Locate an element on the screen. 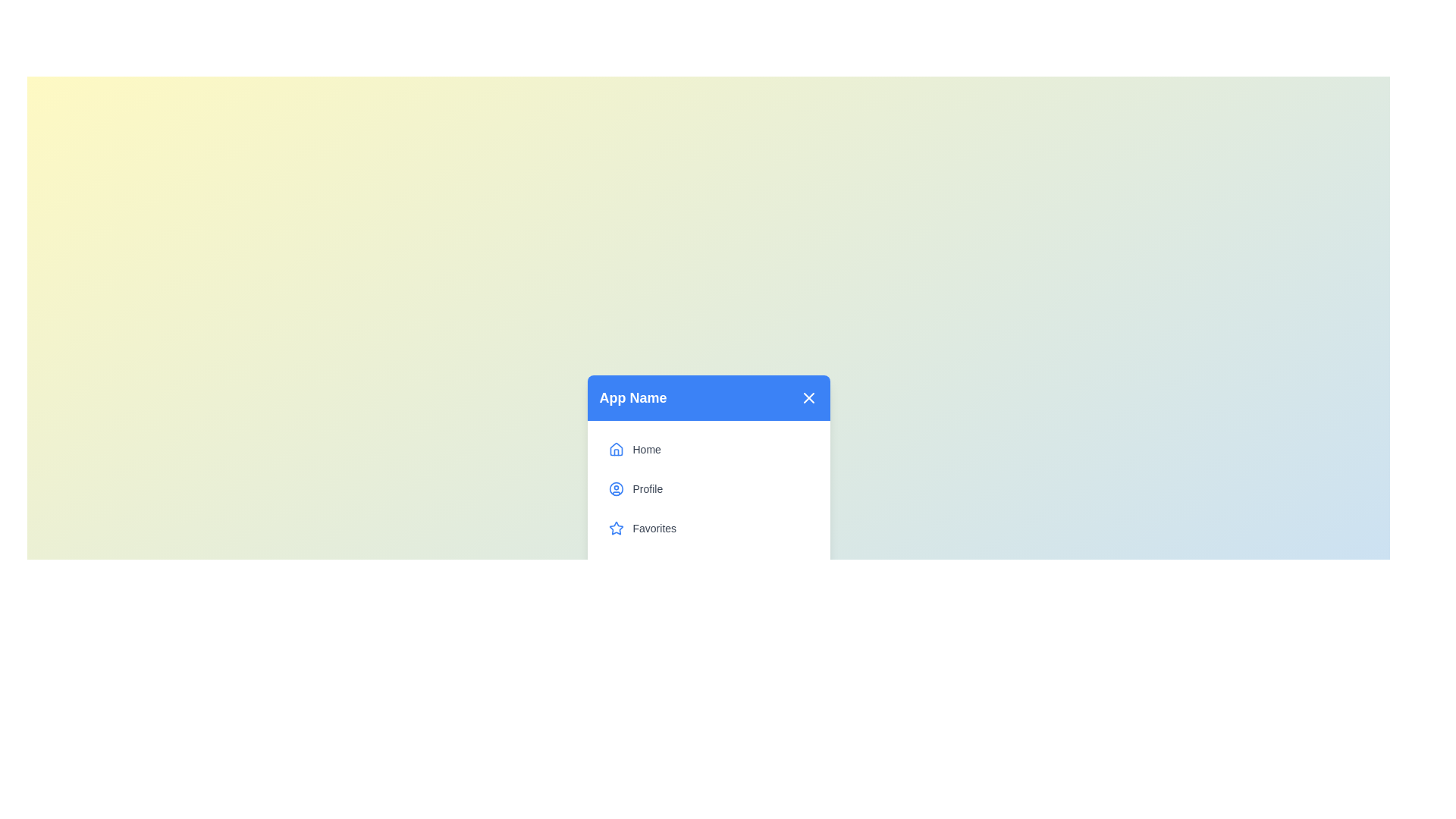  the menu item labeled Favorites to trigger its associated action is located at coordinates (708, 528).